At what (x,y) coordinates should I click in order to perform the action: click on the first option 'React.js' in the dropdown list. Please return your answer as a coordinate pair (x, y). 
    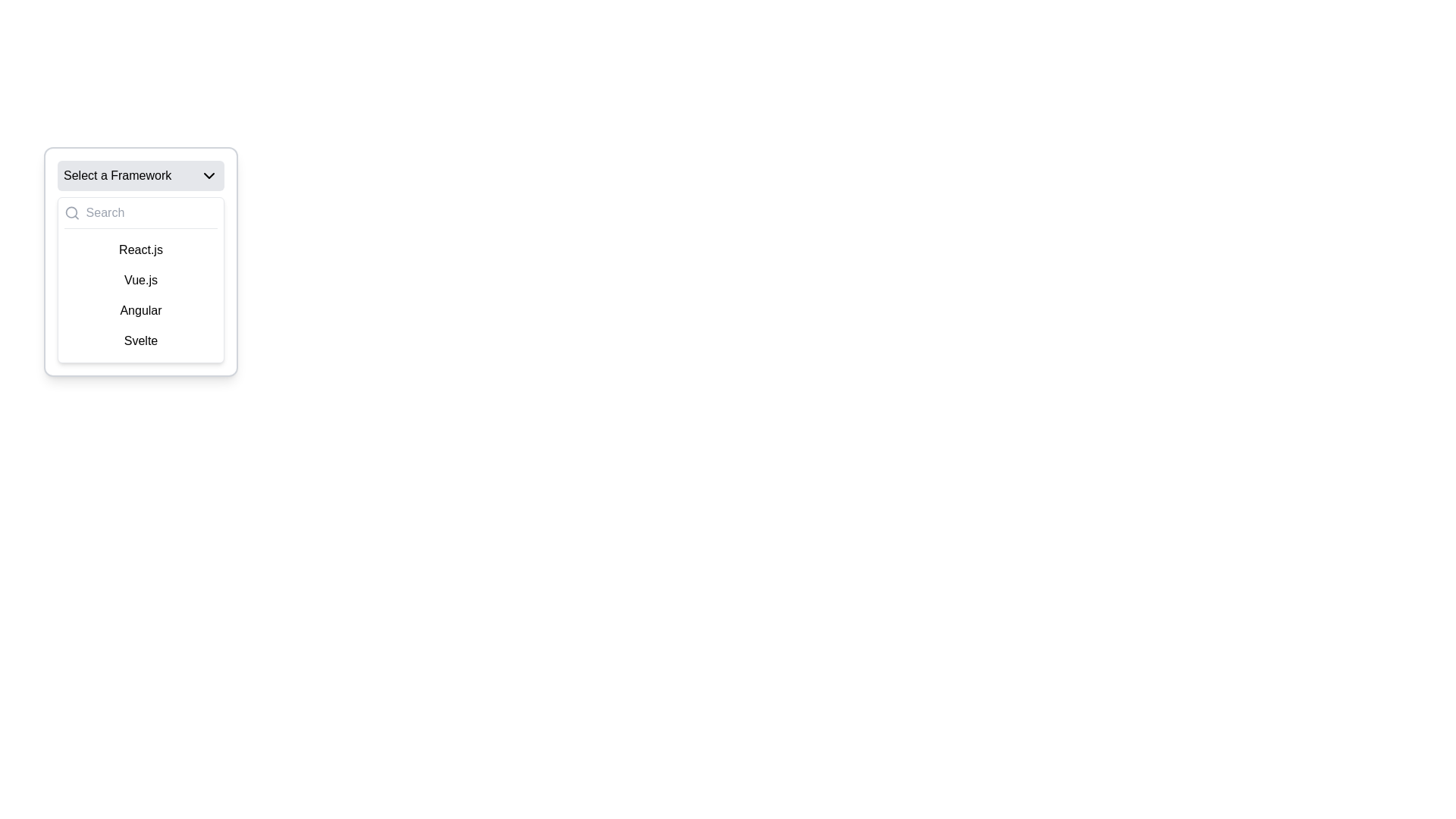
    Looking at the image, I should click on (141, 261).